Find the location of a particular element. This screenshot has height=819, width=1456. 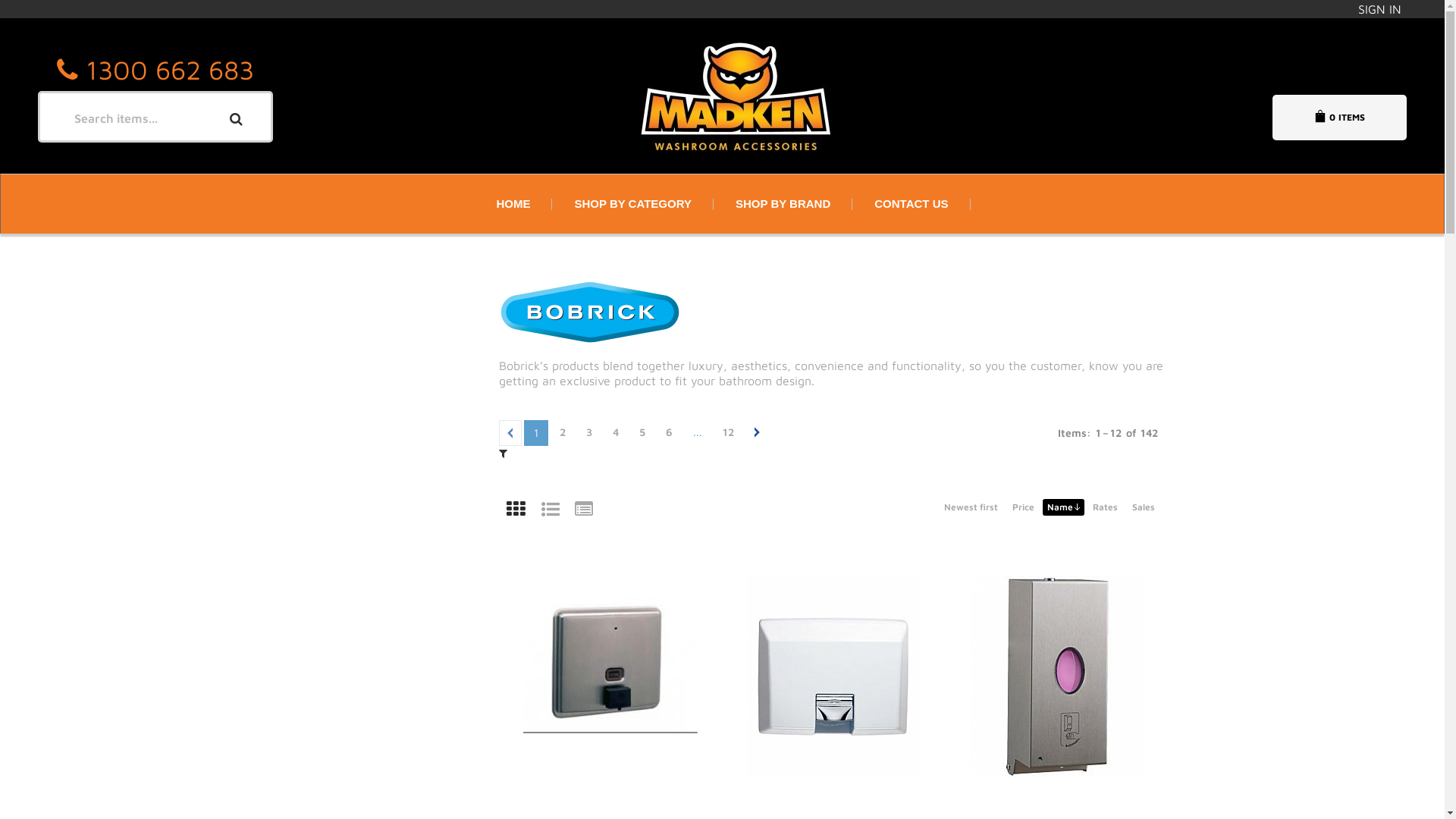

'6' is located at coordinates (668, 432).